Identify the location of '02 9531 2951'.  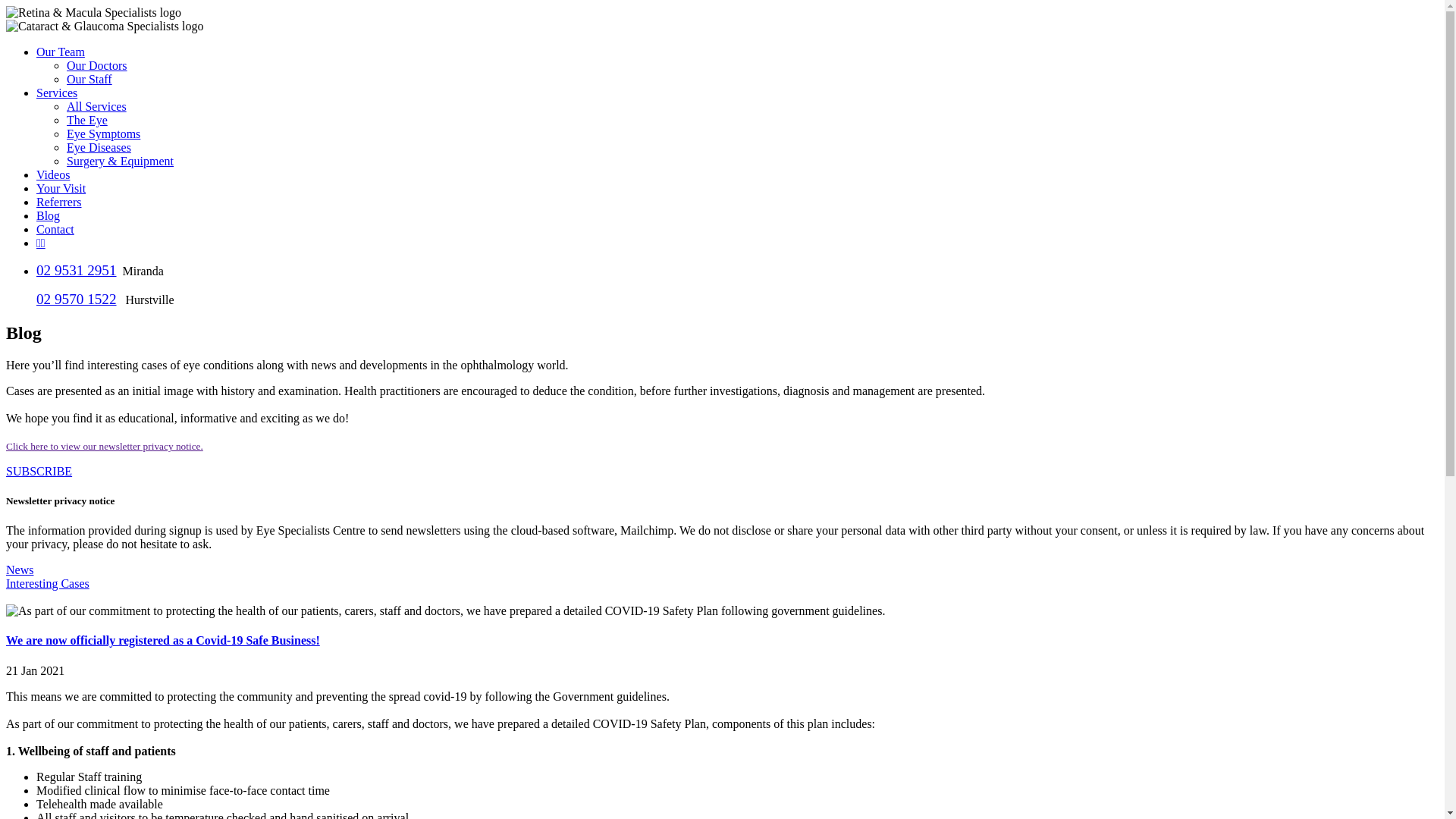
(75, 269).